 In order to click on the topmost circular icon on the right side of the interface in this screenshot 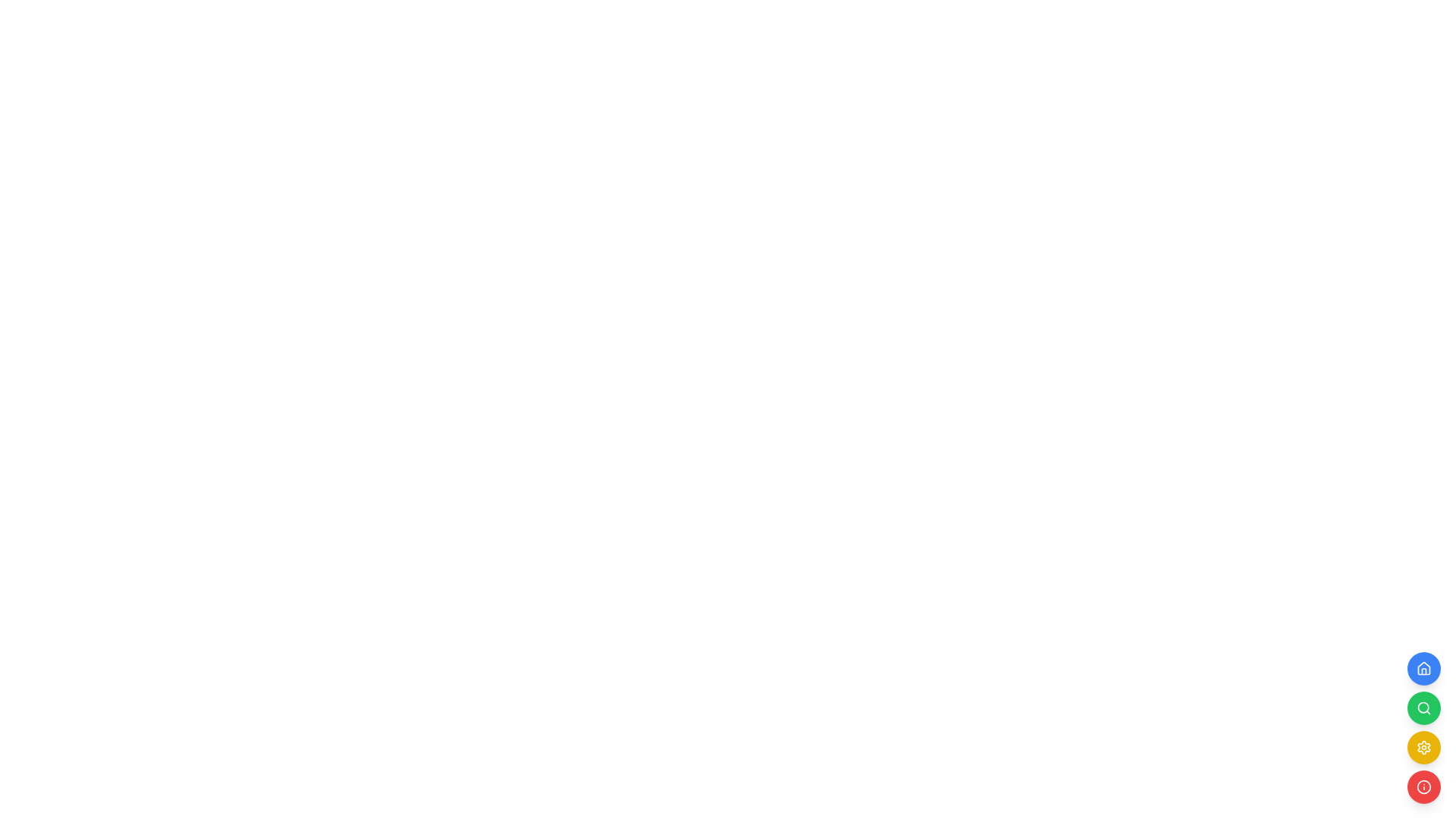, I will do `click(1423, 668)`.